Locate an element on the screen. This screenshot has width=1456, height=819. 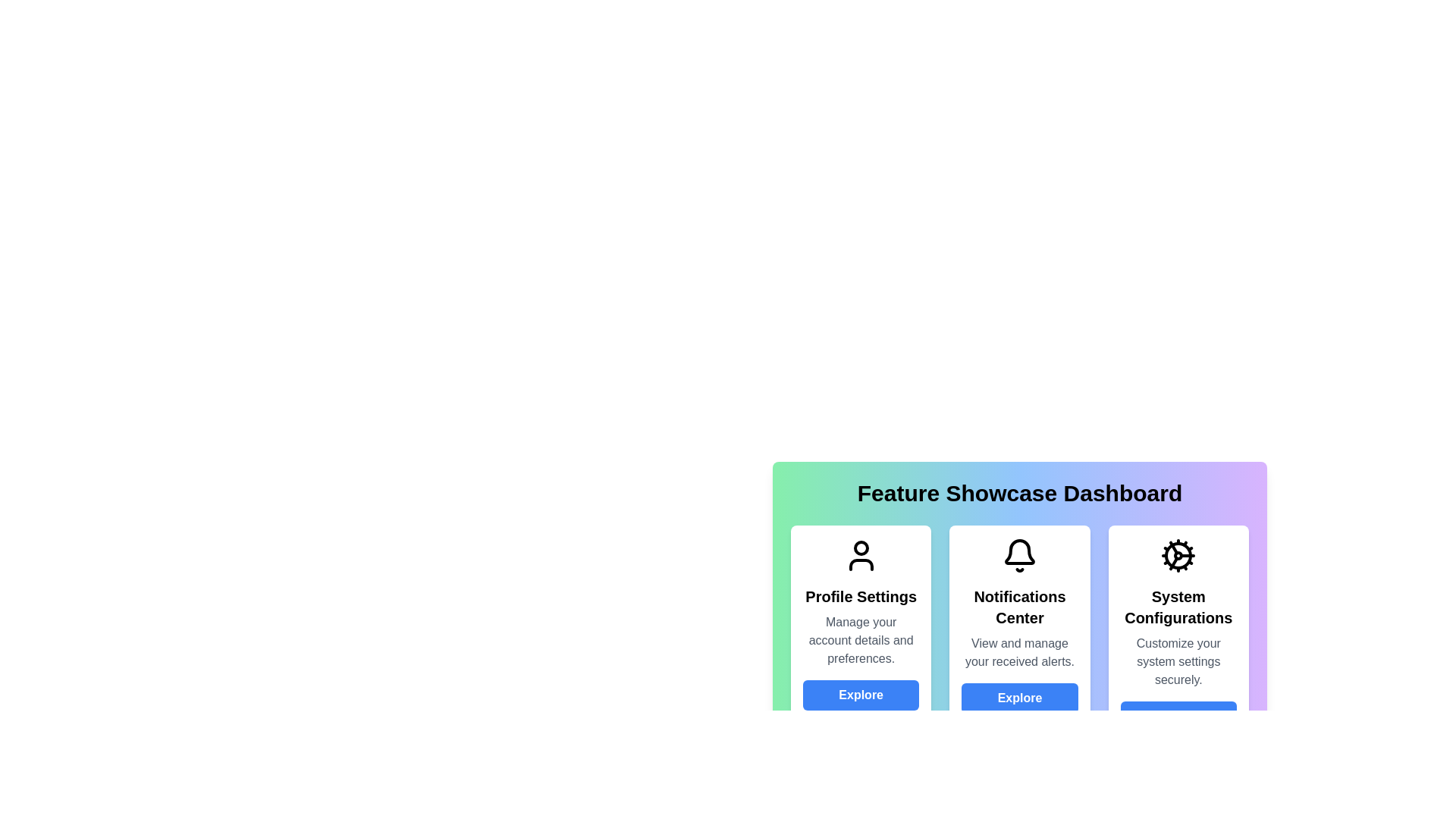
the text label saying 'View and manage your received alerts.' located in the 'Notifications Center' section, beneath the header 'Notifications Center.' is located at coordinates (1019, 651).